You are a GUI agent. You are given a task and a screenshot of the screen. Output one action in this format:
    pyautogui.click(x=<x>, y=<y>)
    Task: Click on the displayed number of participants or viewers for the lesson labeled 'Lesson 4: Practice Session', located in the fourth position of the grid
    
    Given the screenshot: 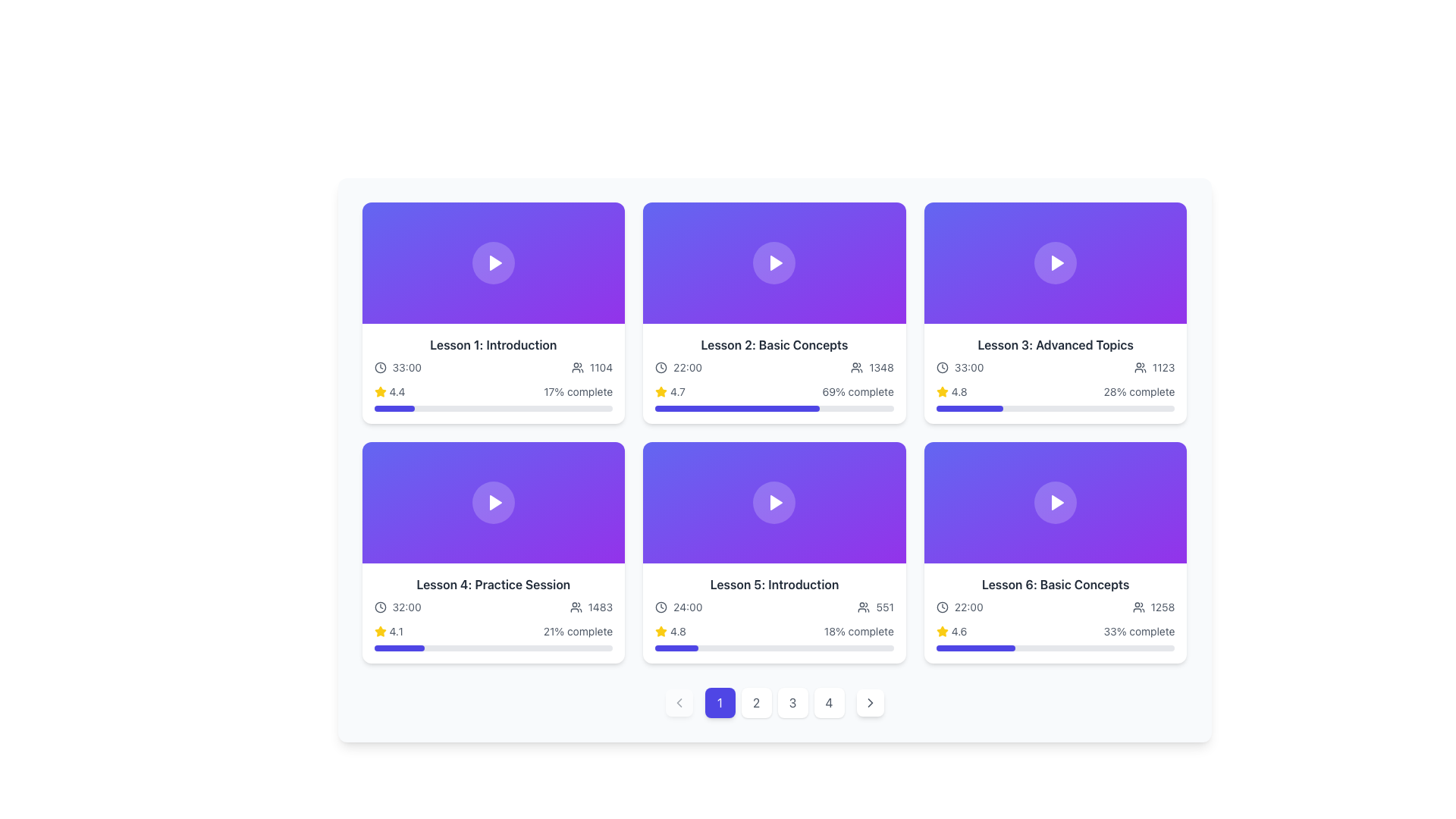 What is the action you would take?
    pyautogui.click(x=590, y=607)
    